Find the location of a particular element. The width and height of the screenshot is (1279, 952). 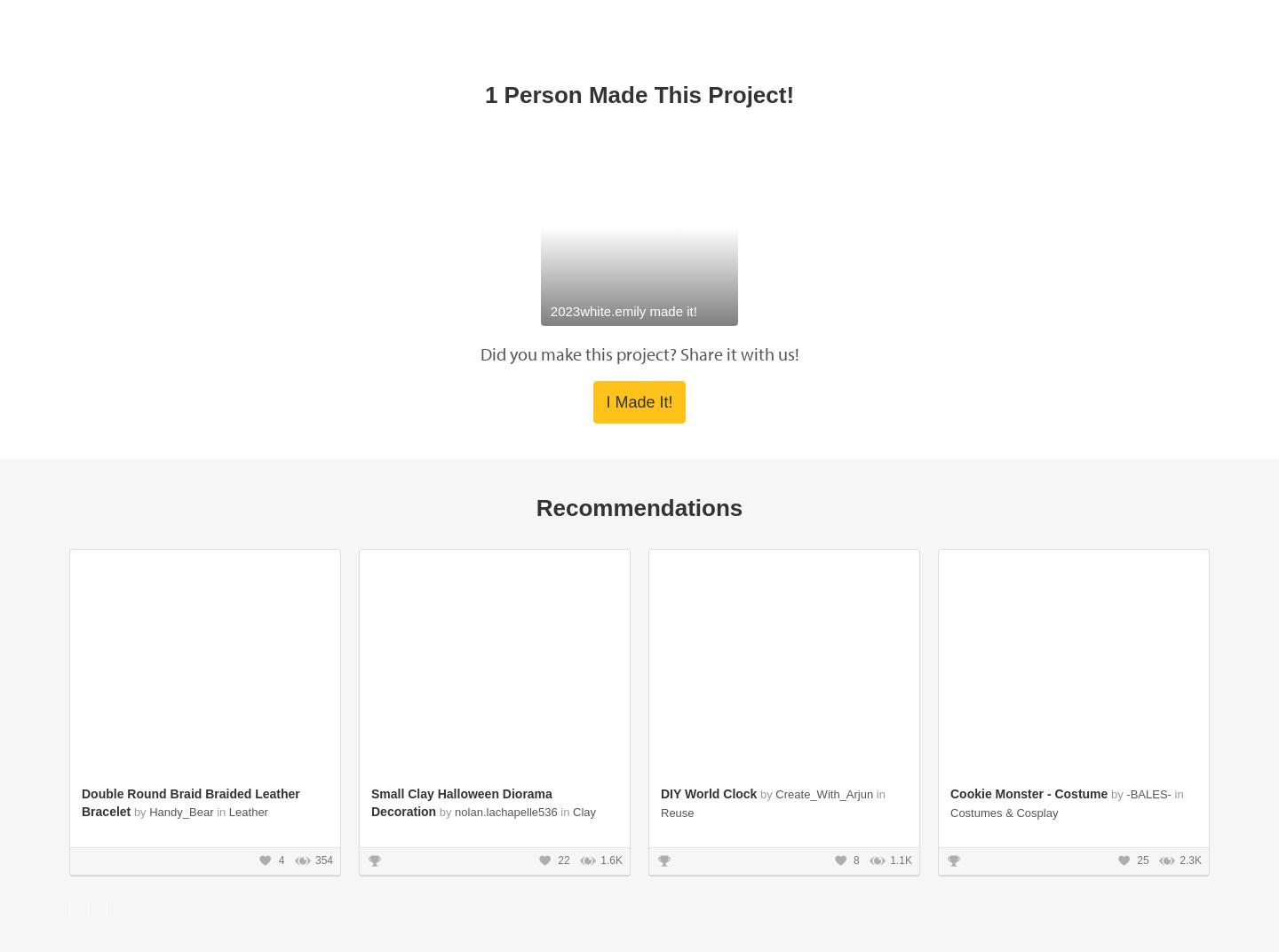

'Create_With_Arjun' is located at coordinates (825, 384).